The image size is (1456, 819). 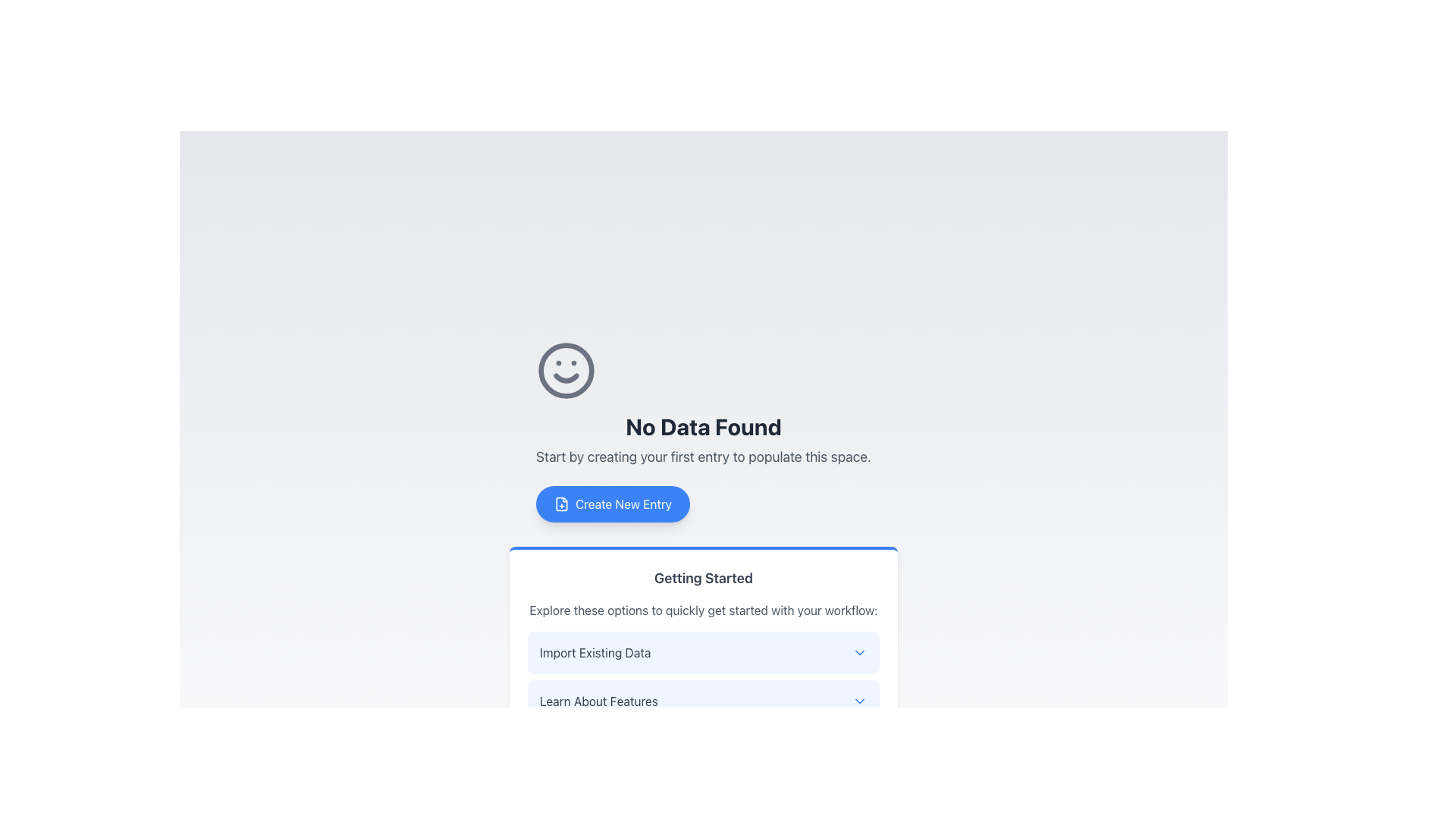 What do you see at coordinates (702, 456) in the screenshot?
I see `the static text element that provides guidance to the user, located beneath 'No Data Found' and above 'Create New Entry'` at bounding box center [702, 456].